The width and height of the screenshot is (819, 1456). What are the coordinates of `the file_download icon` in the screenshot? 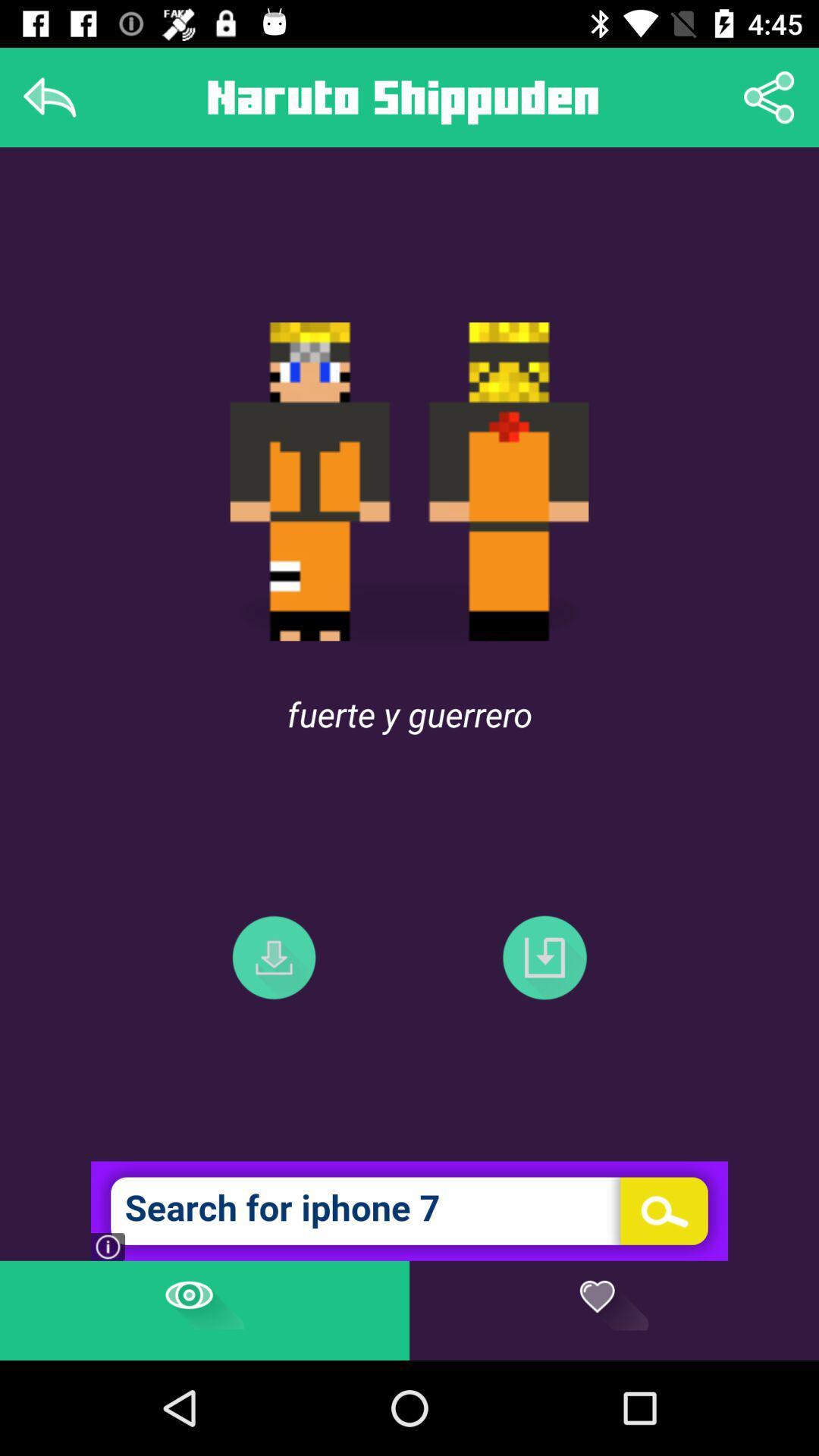 It's located at (274, 956).